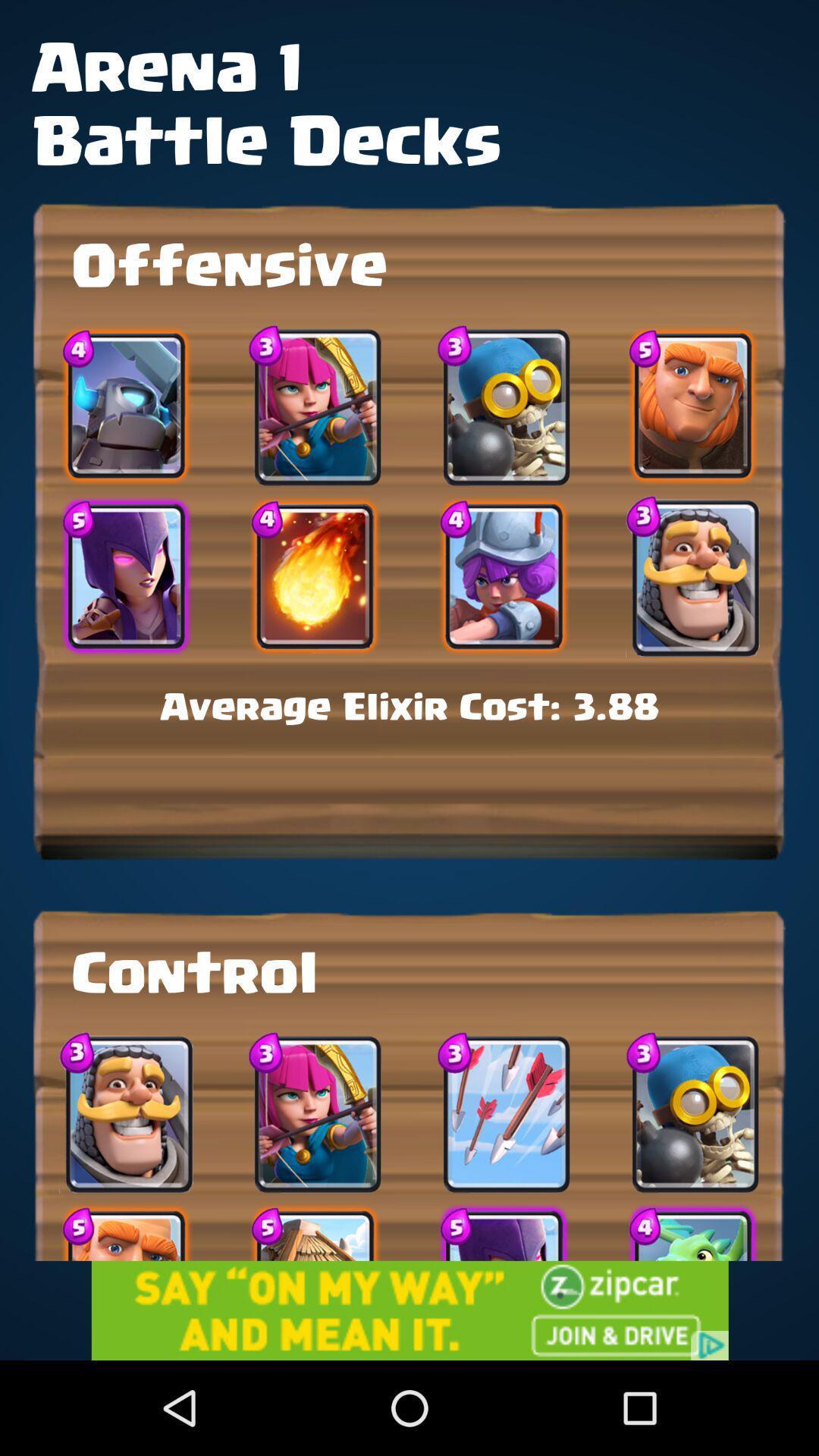  I want to click on click advertisement, so click(409, 1310).